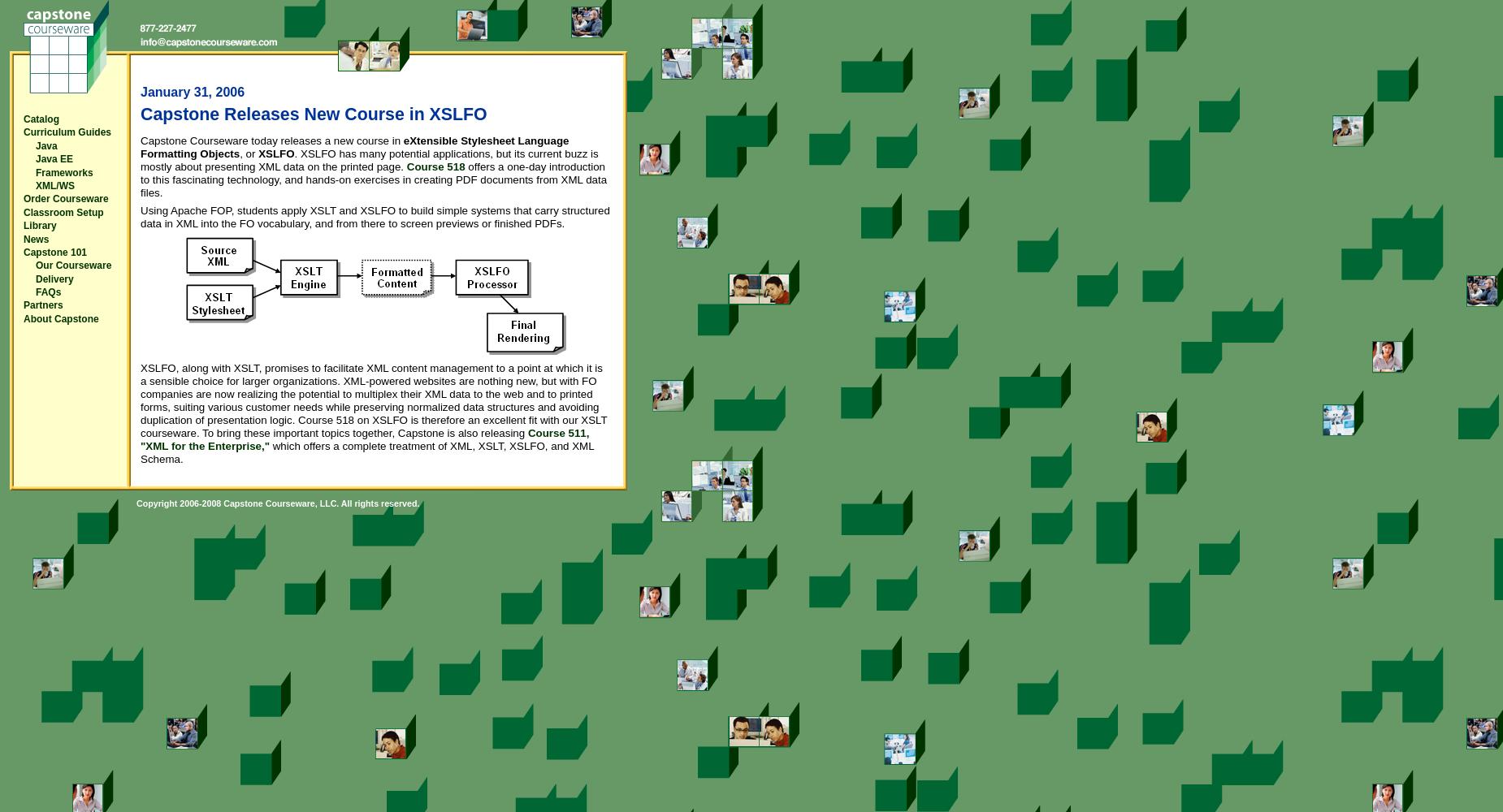 The width and height of the screenshot is (1503, 812). I want to click on 'Library', so click(23, 226).